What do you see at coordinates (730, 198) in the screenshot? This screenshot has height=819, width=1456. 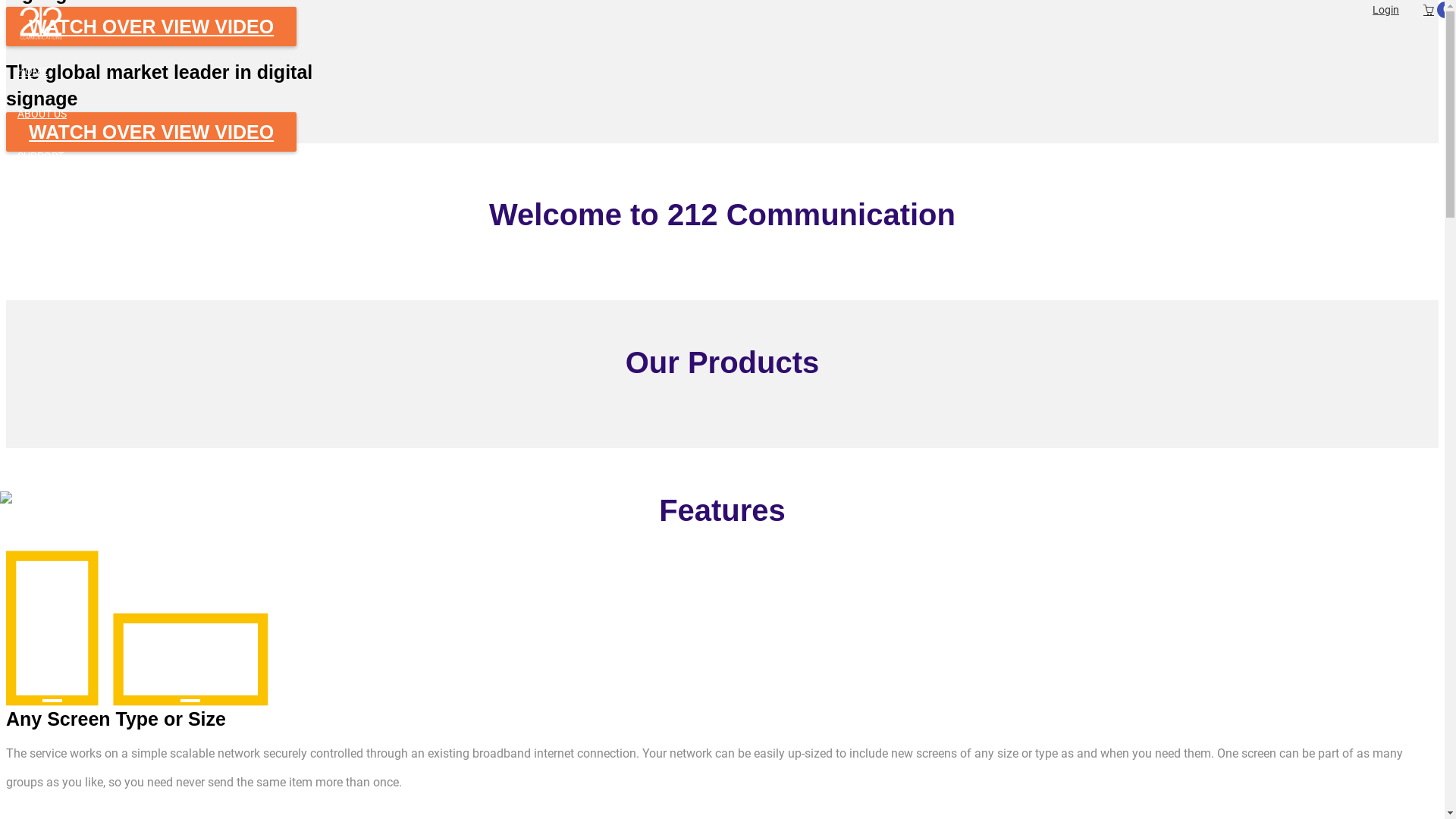 I see `'PRODUCTS'` at bounding box center [730, 198].